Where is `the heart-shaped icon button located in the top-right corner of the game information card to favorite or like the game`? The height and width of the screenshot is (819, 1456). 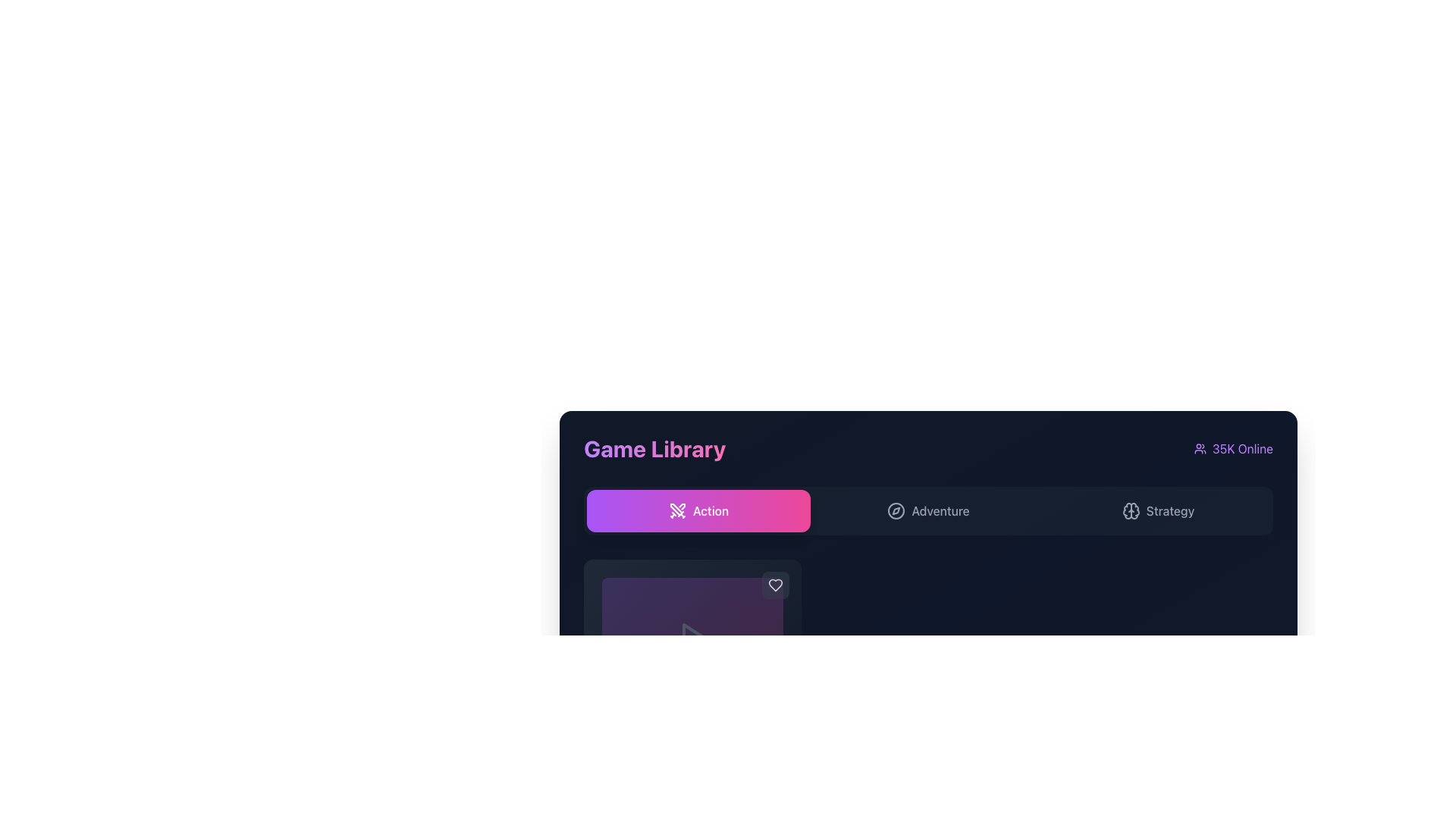 the heart-shaped icon button located in the top-right corner of the game information card to favorite or like the game is located at coordinates (775, 584).